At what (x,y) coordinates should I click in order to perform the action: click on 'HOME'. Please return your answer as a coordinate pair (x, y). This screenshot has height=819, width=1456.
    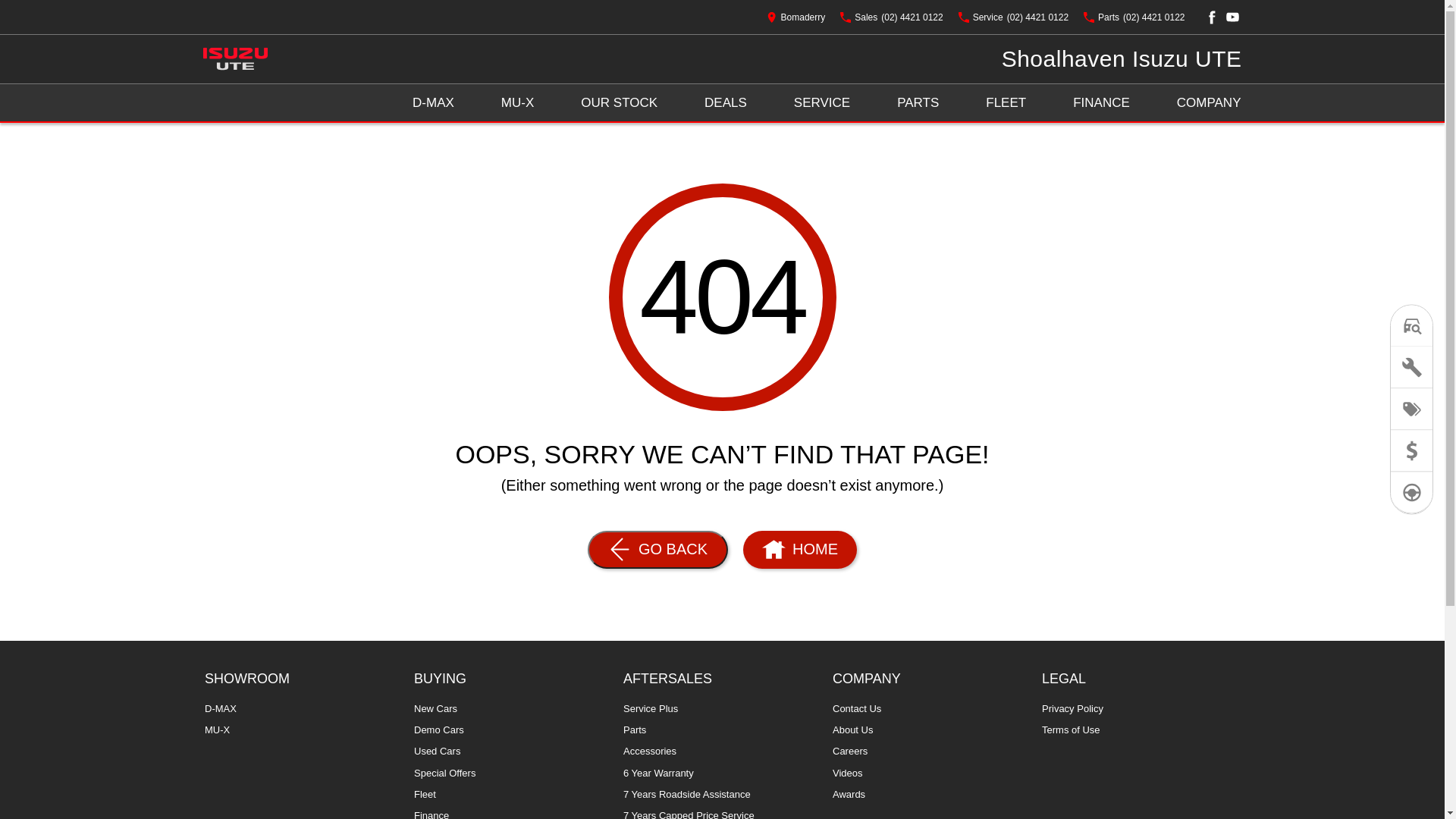
    Looking at the image, I should click on (799, 550).